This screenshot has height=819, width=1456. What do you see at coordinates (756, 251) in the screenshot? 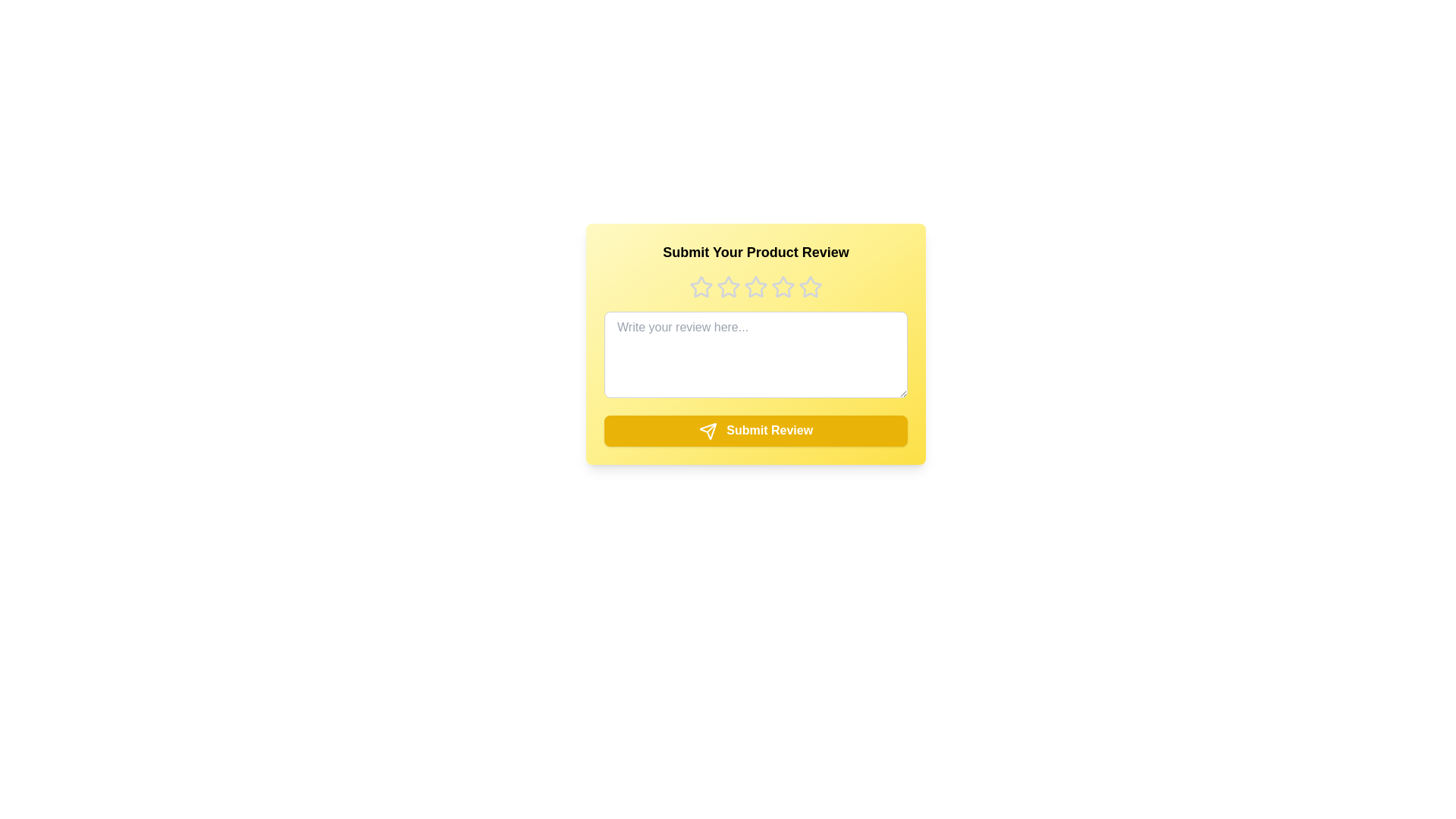
I see `the text label that says 'Submit Your Product Review', which is displayed in bold and centered styling within a gradient yellow background box at the top of the card-like section` at bounding box center [756, 251].